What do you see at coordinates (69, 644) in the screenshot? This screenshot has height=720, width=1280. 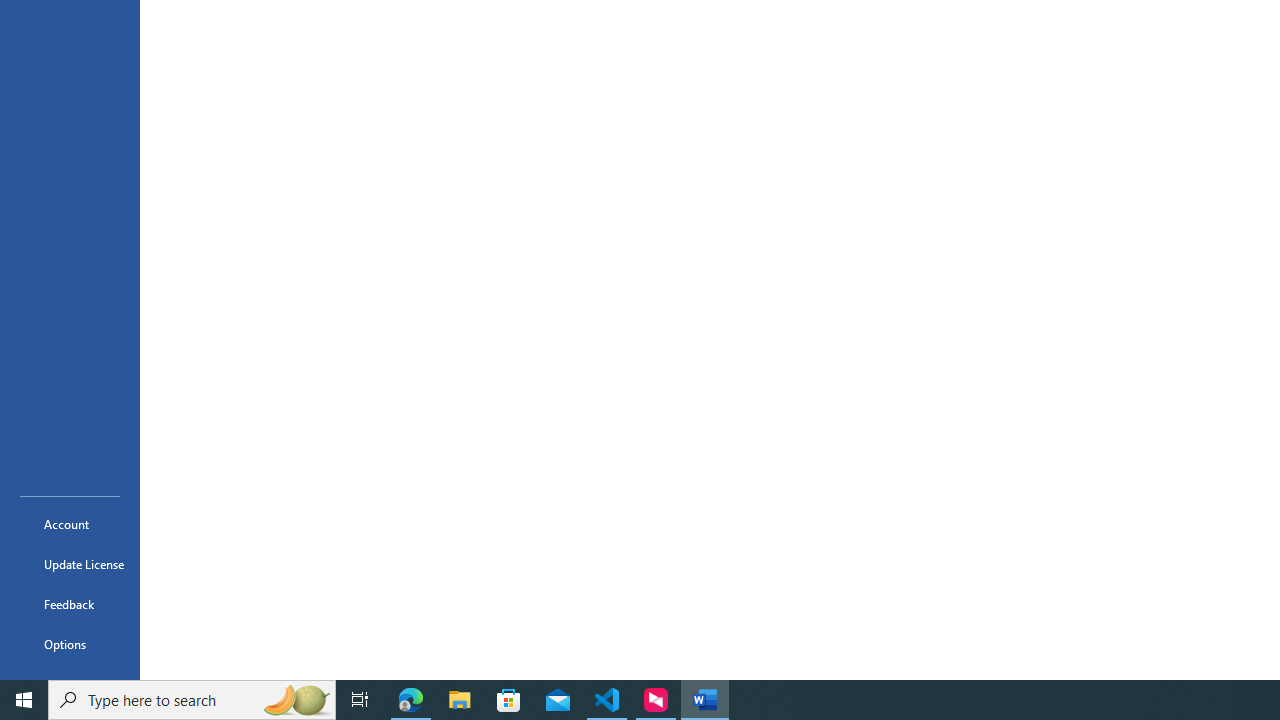 I see `'Options'` at bounding box center [69, 644].